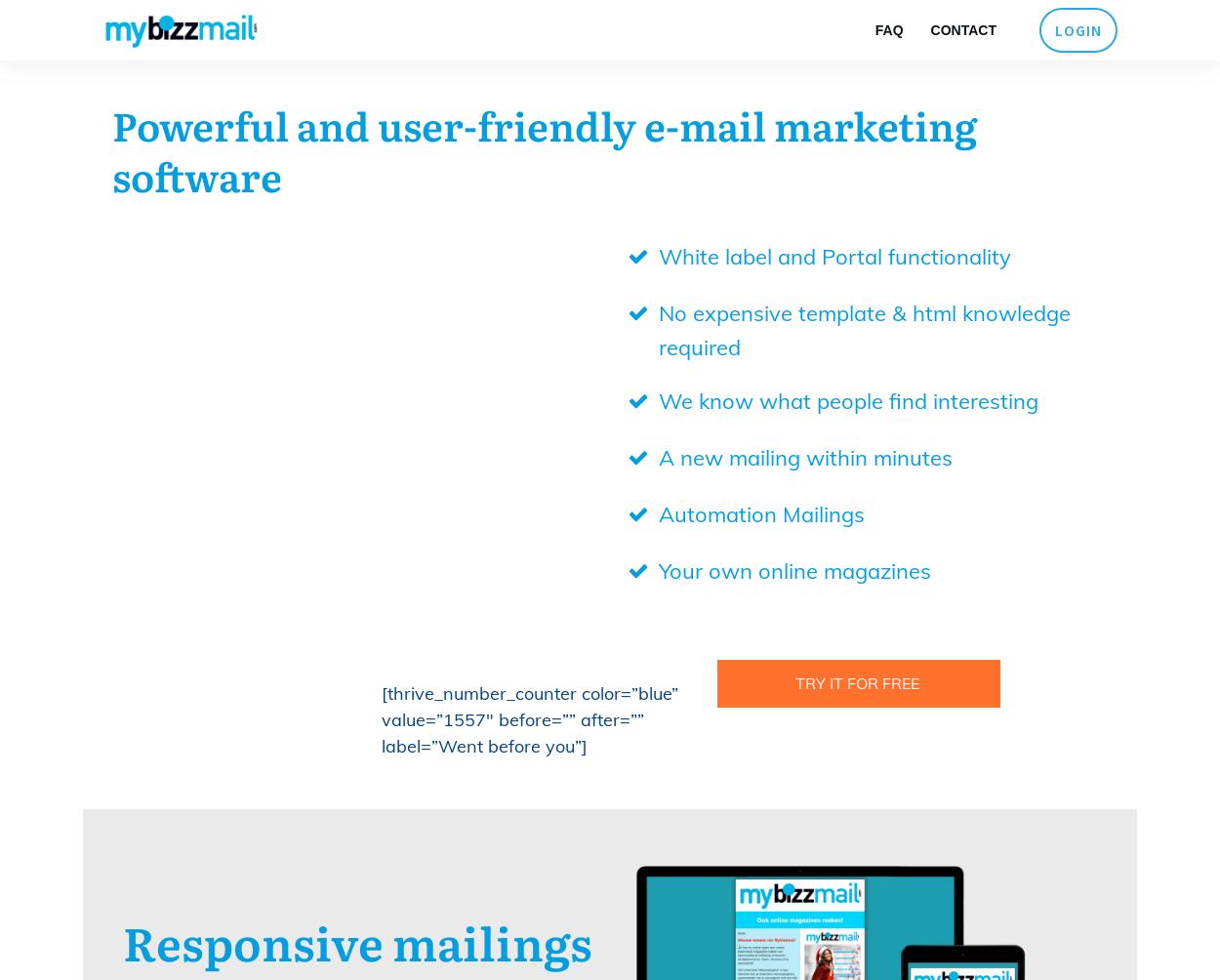 Image resolution: width=1220 pixels, height=980 pixels. What do you see at coordinates (355, 940) in the screenshot?
I see `'Responsive mailings'` at bounding box center [355, 940].